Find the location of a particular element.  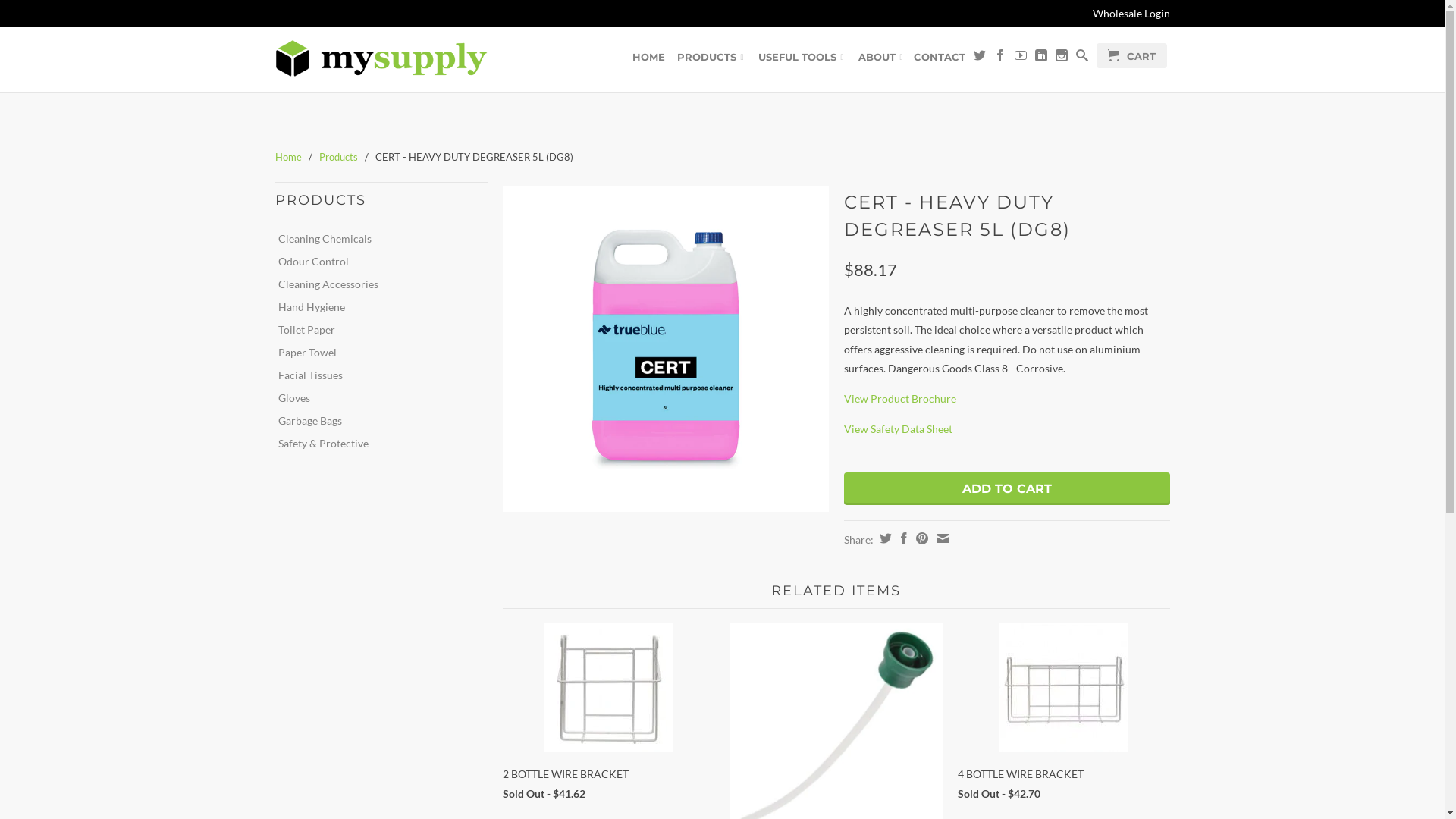

'Products' is located at coordinates (337, 157).